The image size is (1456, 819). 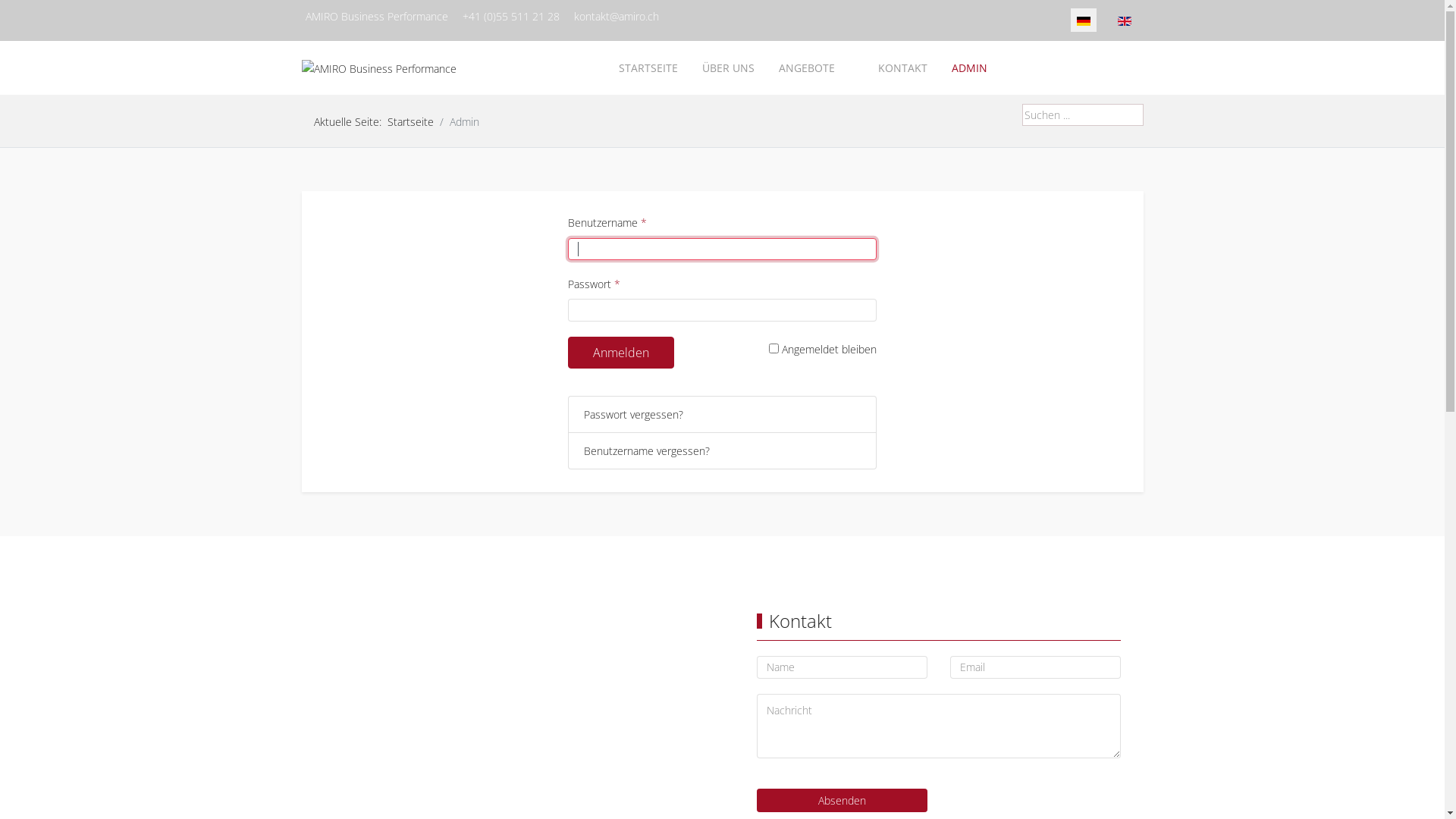 I want to click on 'Anmelden', so click(x=621, y=353).